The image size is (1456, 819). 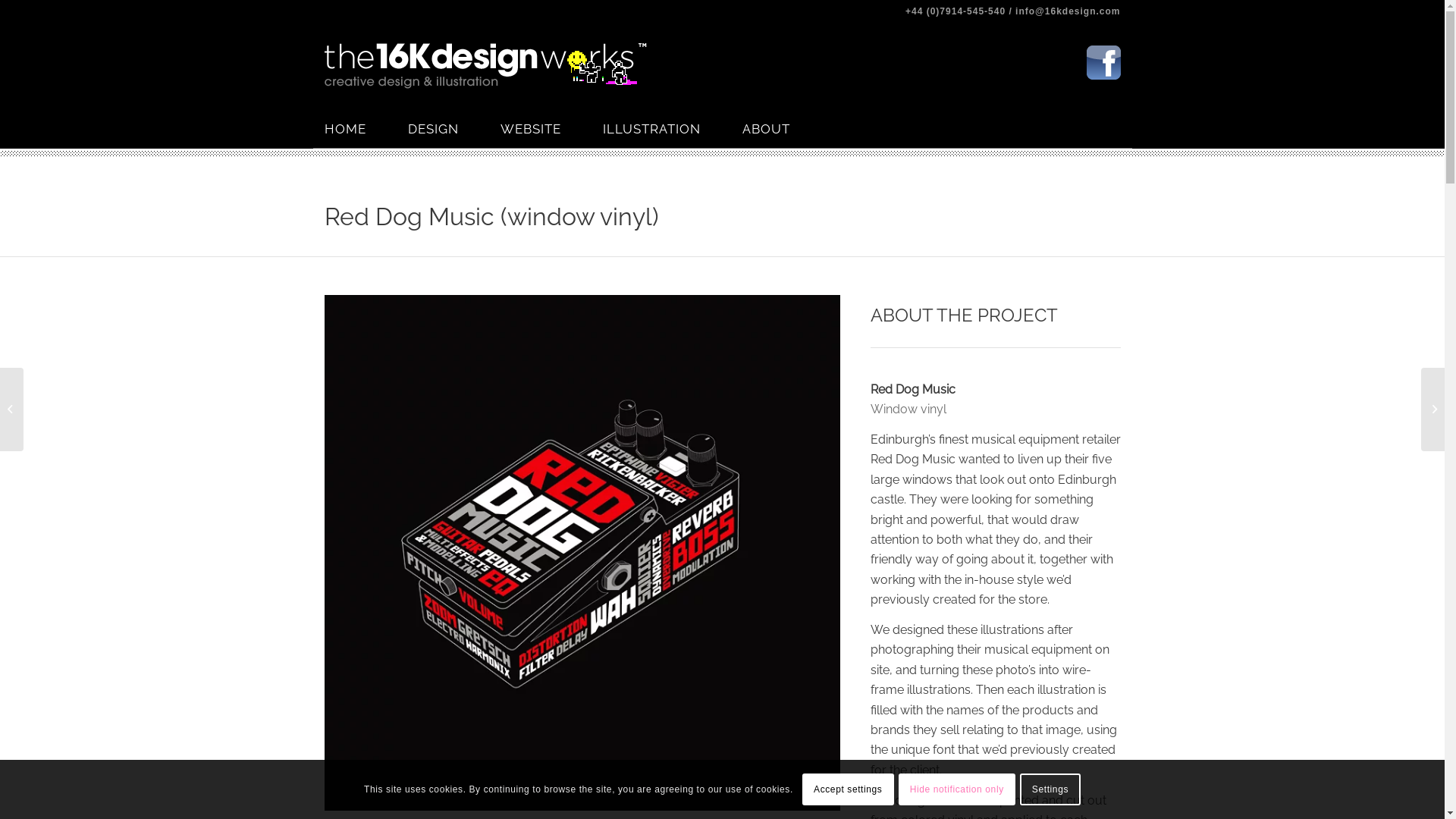 What do you see at coordinates (1050, 789) in the screenshot?
I see `'Settings'` at bounding box center [1050, 789].